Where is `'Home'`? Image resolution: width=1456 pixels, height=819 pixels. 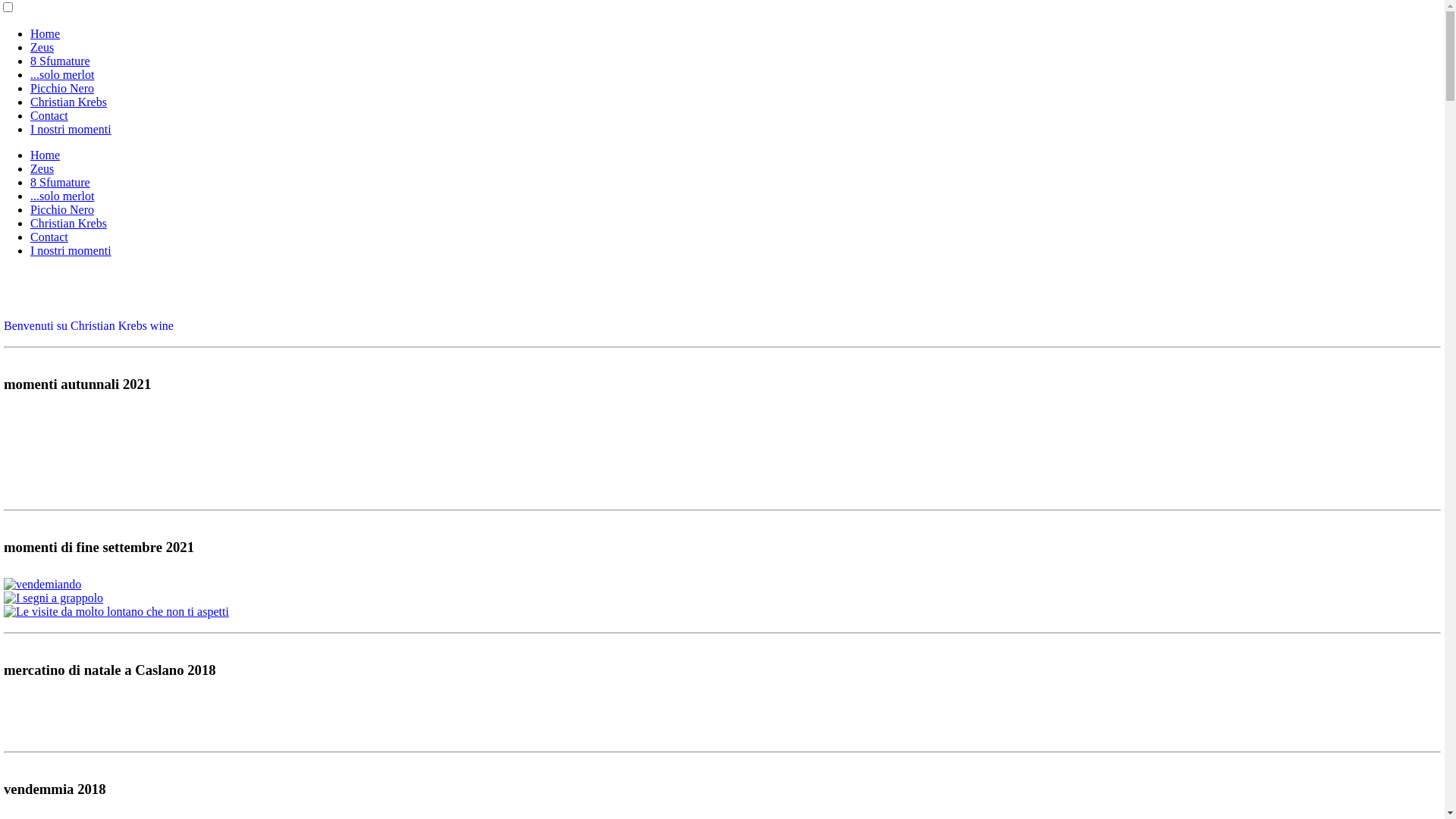 'Home' is located at coordinates (45, 155).